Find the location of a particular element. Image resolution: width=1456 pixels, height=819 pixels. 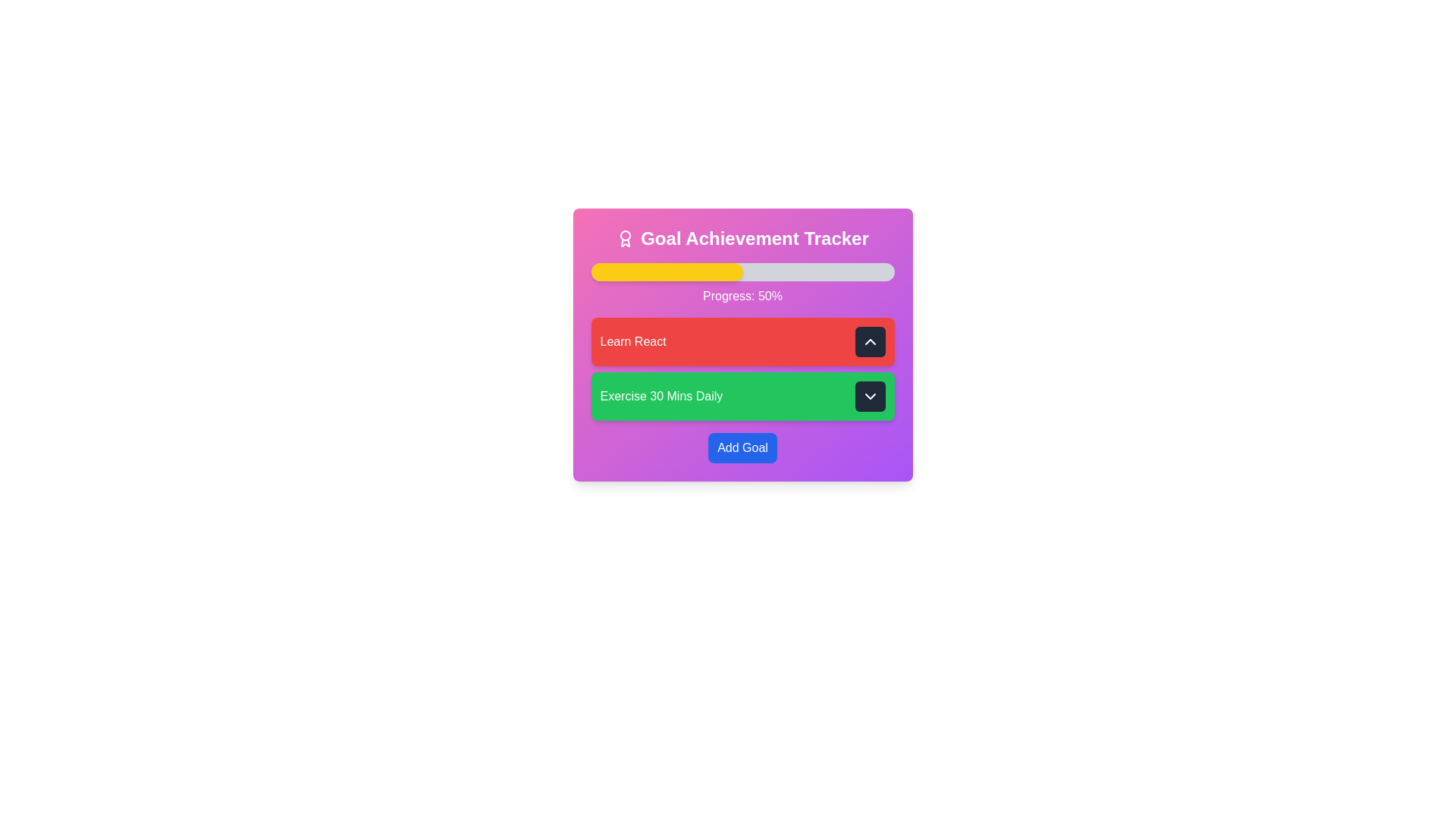

the chevron icon in the upper toggle button of the 'Learn React' card is located at coordinates (870, 342).